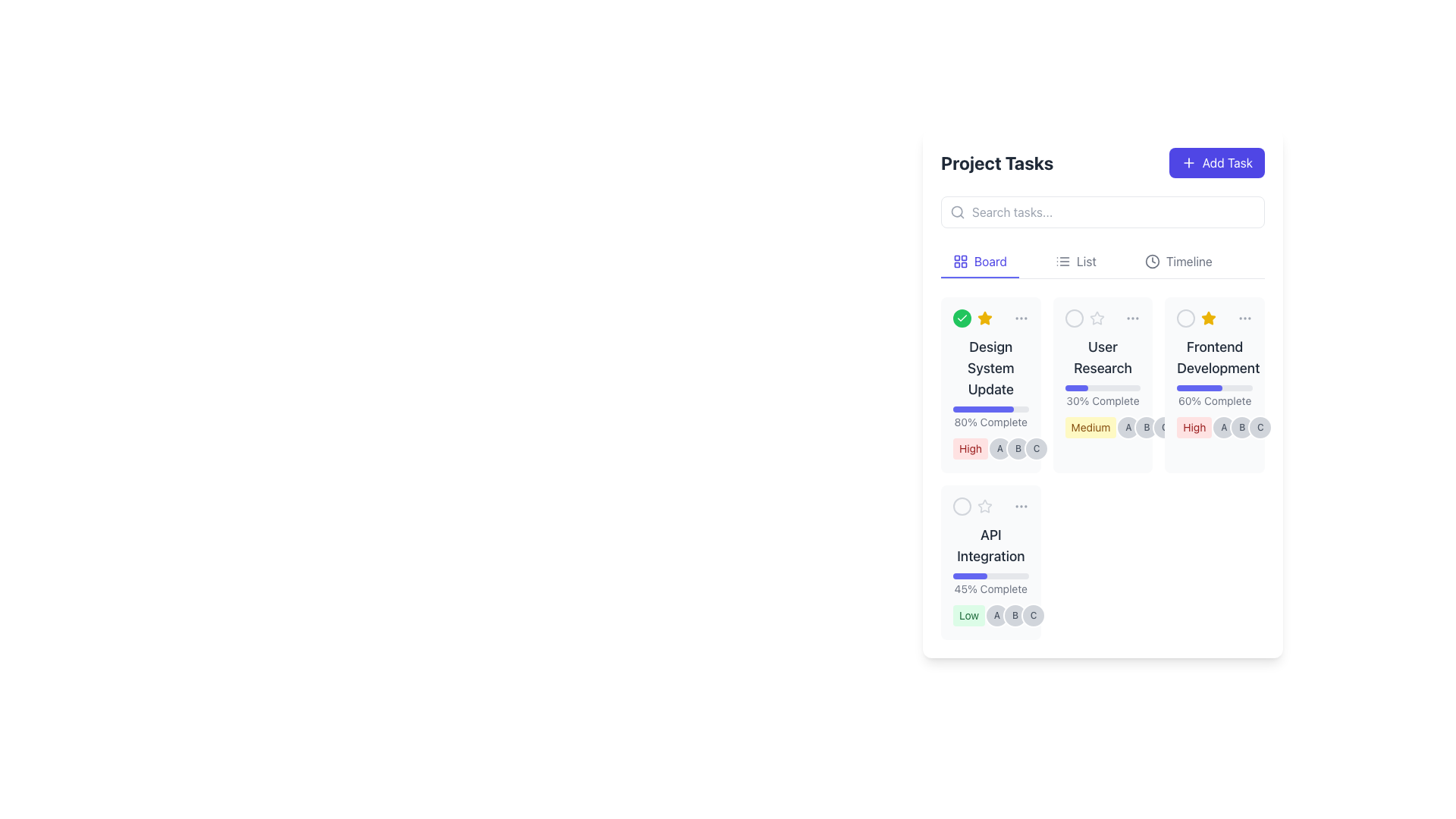 Image resolution: width=1456 pixels, height=819 pixels. Describe the element at coordinates (990, 384) in the screenshot. I see `the card titled 'Design System Update' within the grid layout on the 'Project Tasks' dashboard` at that location.